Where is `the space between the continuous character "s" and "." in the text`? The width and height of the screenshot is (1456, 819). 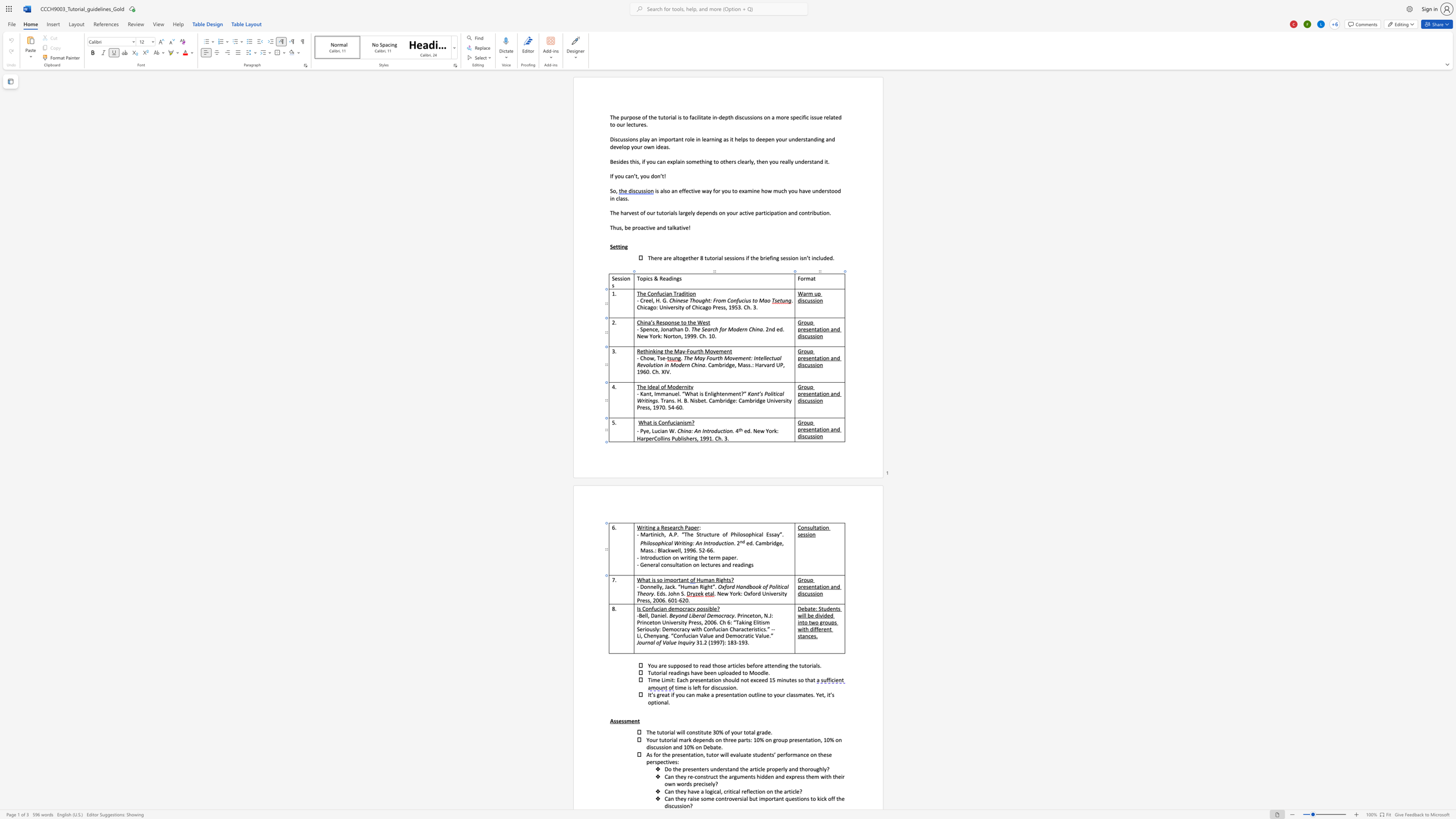
the space between the continuous character "s" and "." in the text is located at coordinates (653, 549).